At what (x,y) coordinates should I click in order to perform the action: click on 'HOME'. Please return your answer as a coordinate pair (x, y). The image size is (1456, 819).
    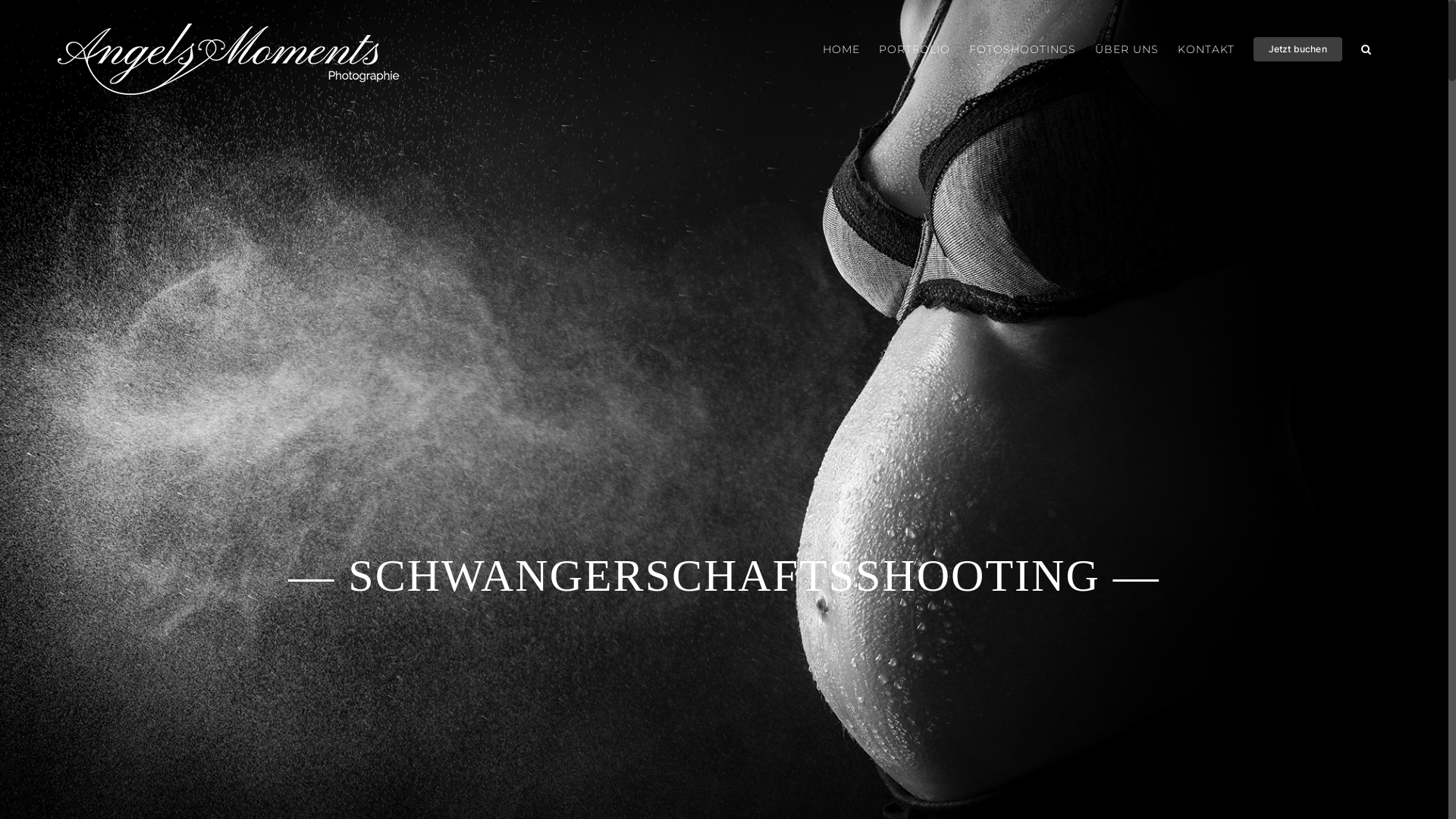
    Looking at the image, I should click on (840, 49).